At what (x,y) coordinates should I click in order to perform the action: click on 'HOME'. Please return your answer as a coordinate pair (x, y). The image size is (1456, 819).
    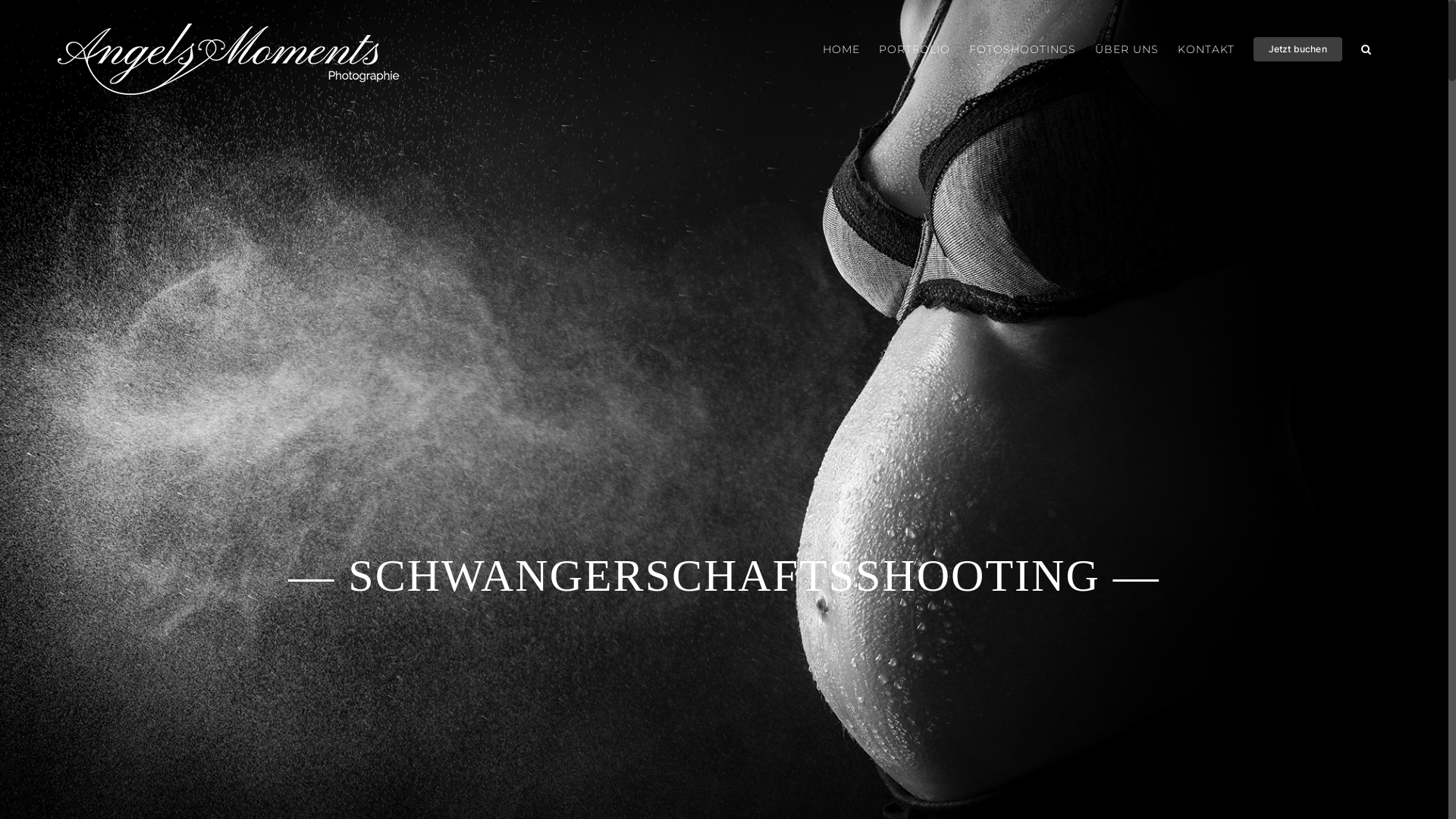
    Looking at the image, I should click on (840, 49).